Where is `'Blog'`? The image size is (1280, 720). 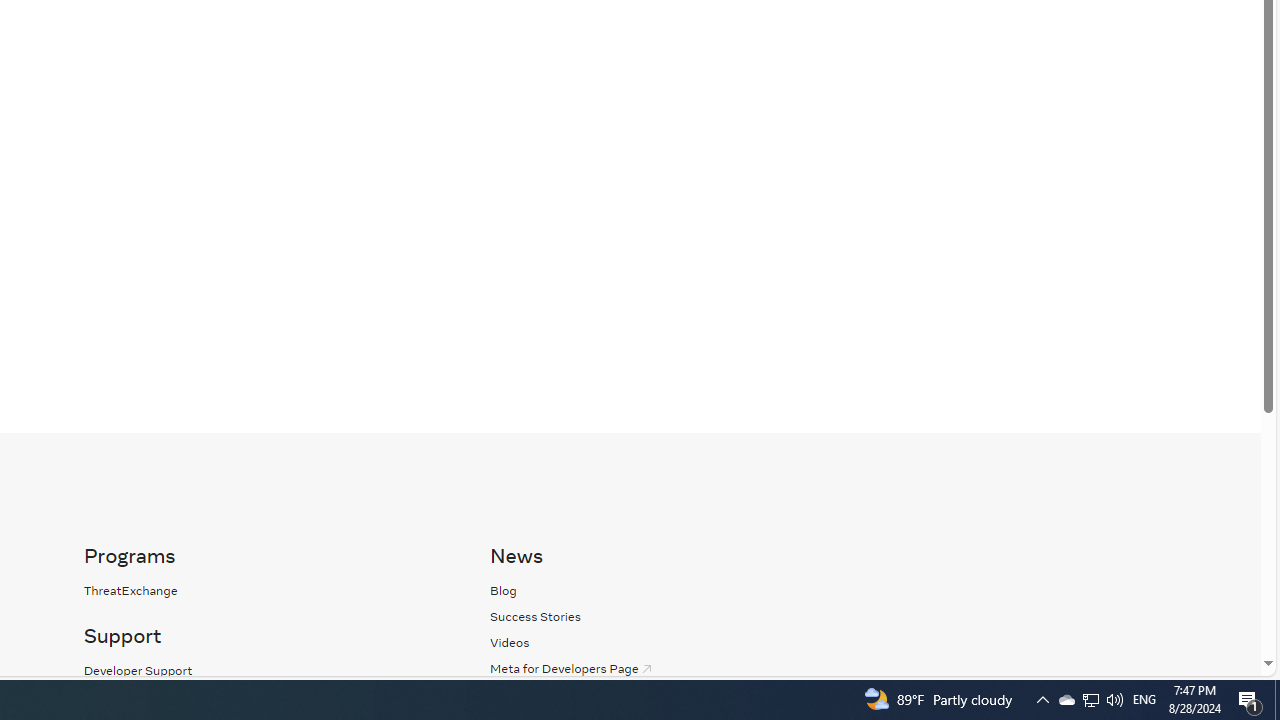 'Blog' is located at coordinates (672, 589).